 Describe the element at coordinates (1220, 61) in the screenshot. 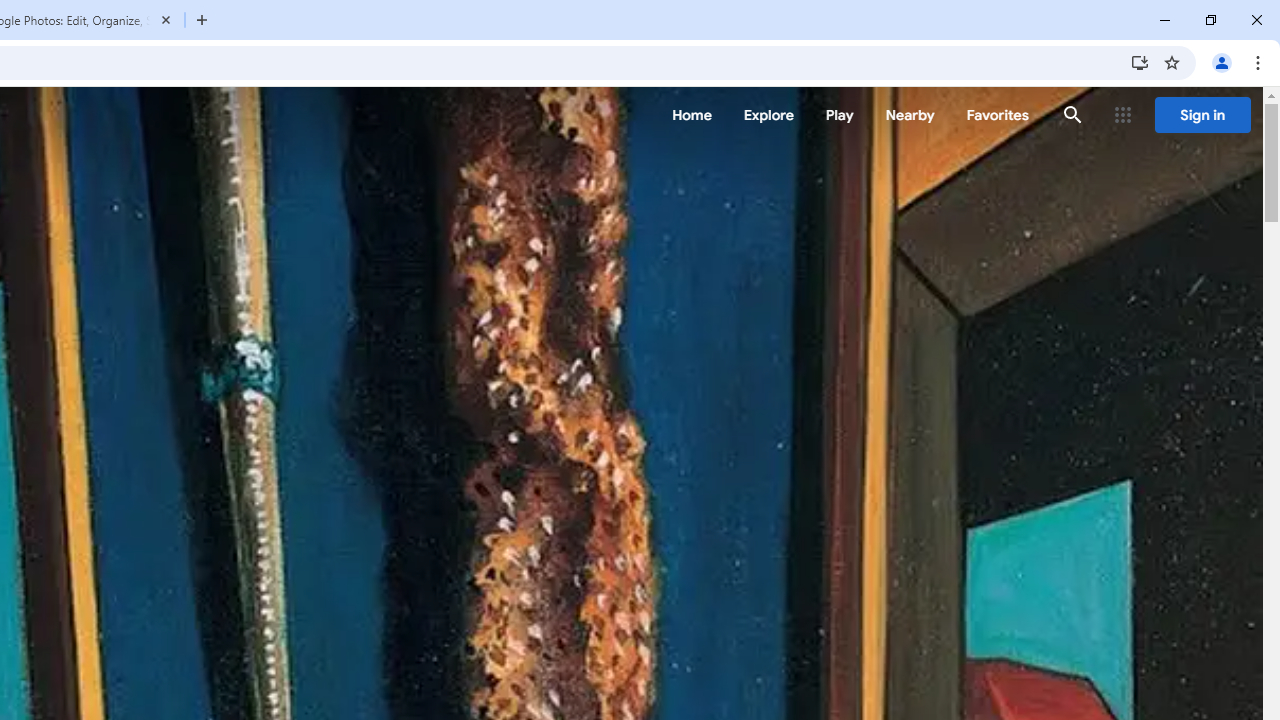

I see `'You'` at that location.